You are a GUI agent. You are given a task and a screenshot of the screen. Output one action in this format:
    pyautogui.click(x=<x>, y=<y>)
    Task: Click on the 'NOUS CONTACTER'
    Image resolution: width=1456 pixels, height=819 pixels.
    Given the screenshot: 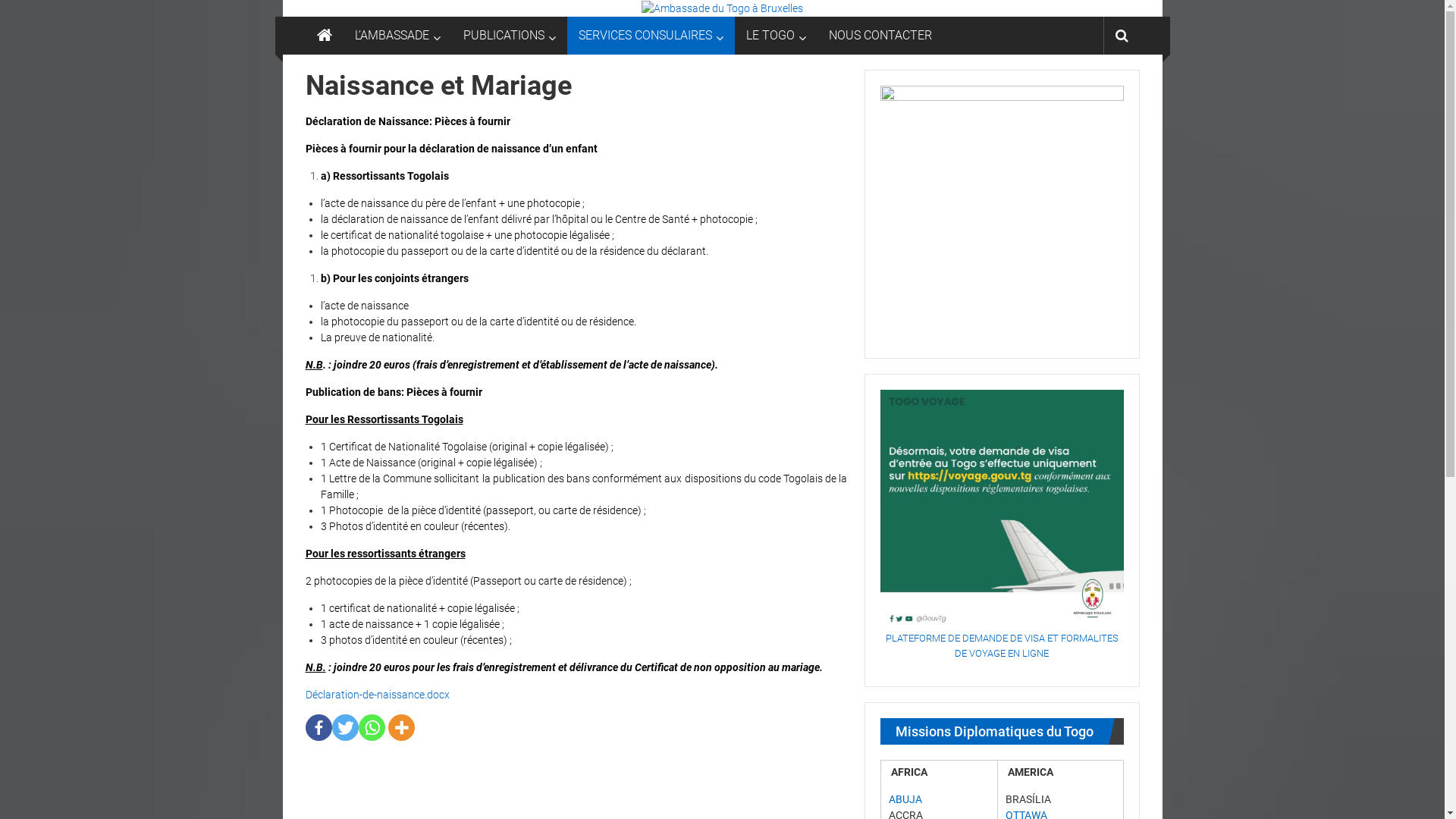 What is the action you would take?
    pyautogui.click(x=880, y=34)
    